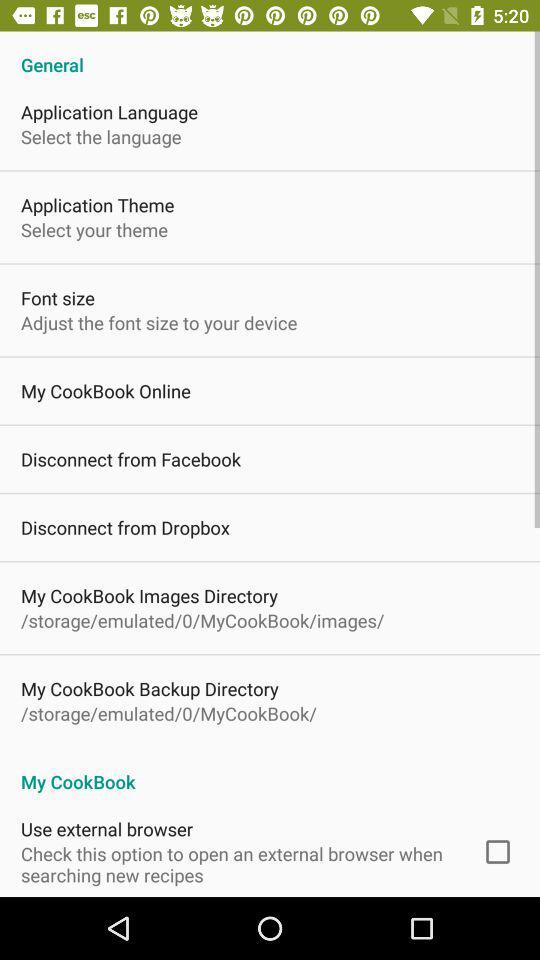  I want to click on application theme, so click(96, 205).